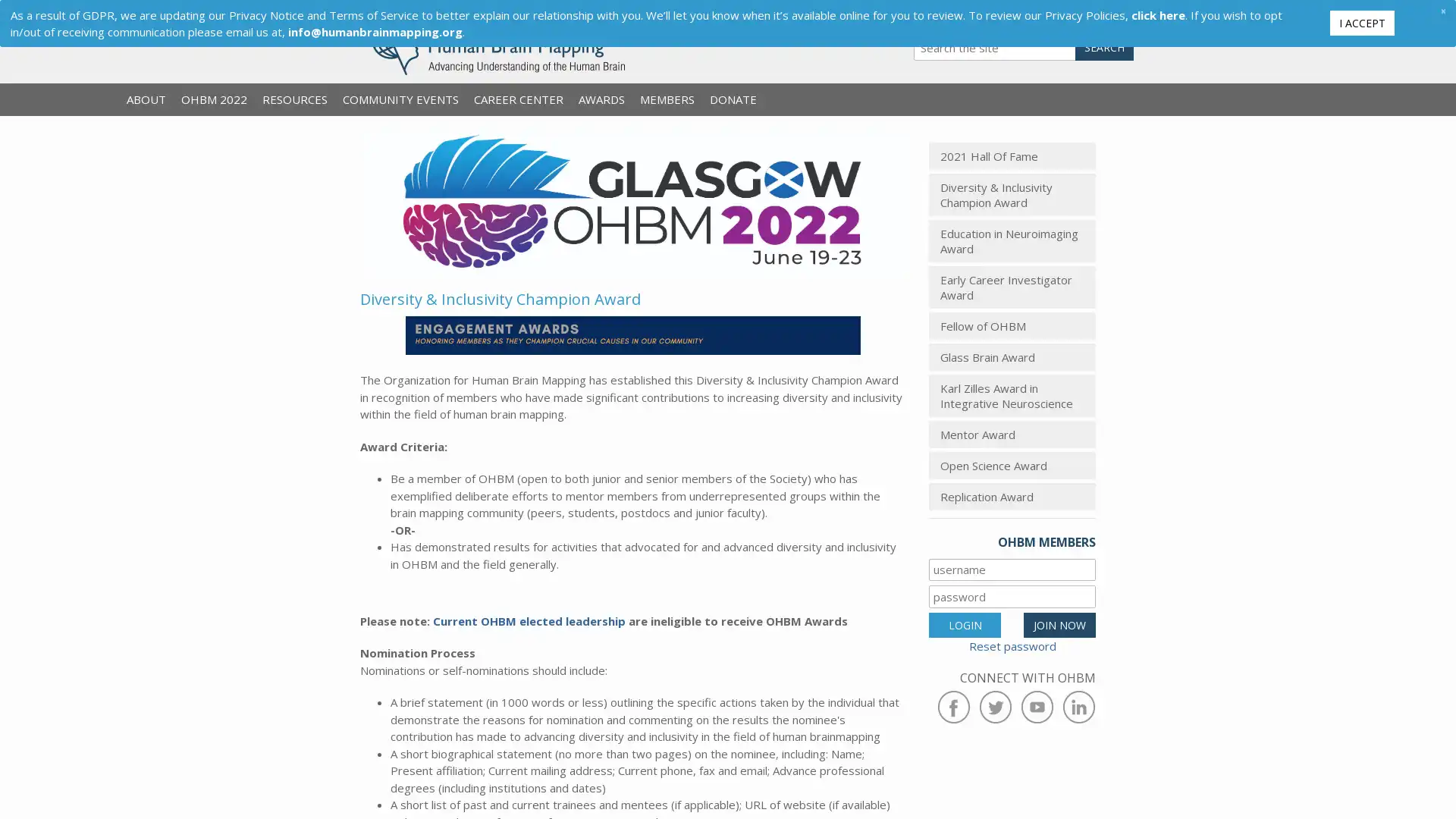  What do you see at coordinates (1361, 22) in the screenshot?
I see `I ACCEPT` at bounding box center [1361, 22].